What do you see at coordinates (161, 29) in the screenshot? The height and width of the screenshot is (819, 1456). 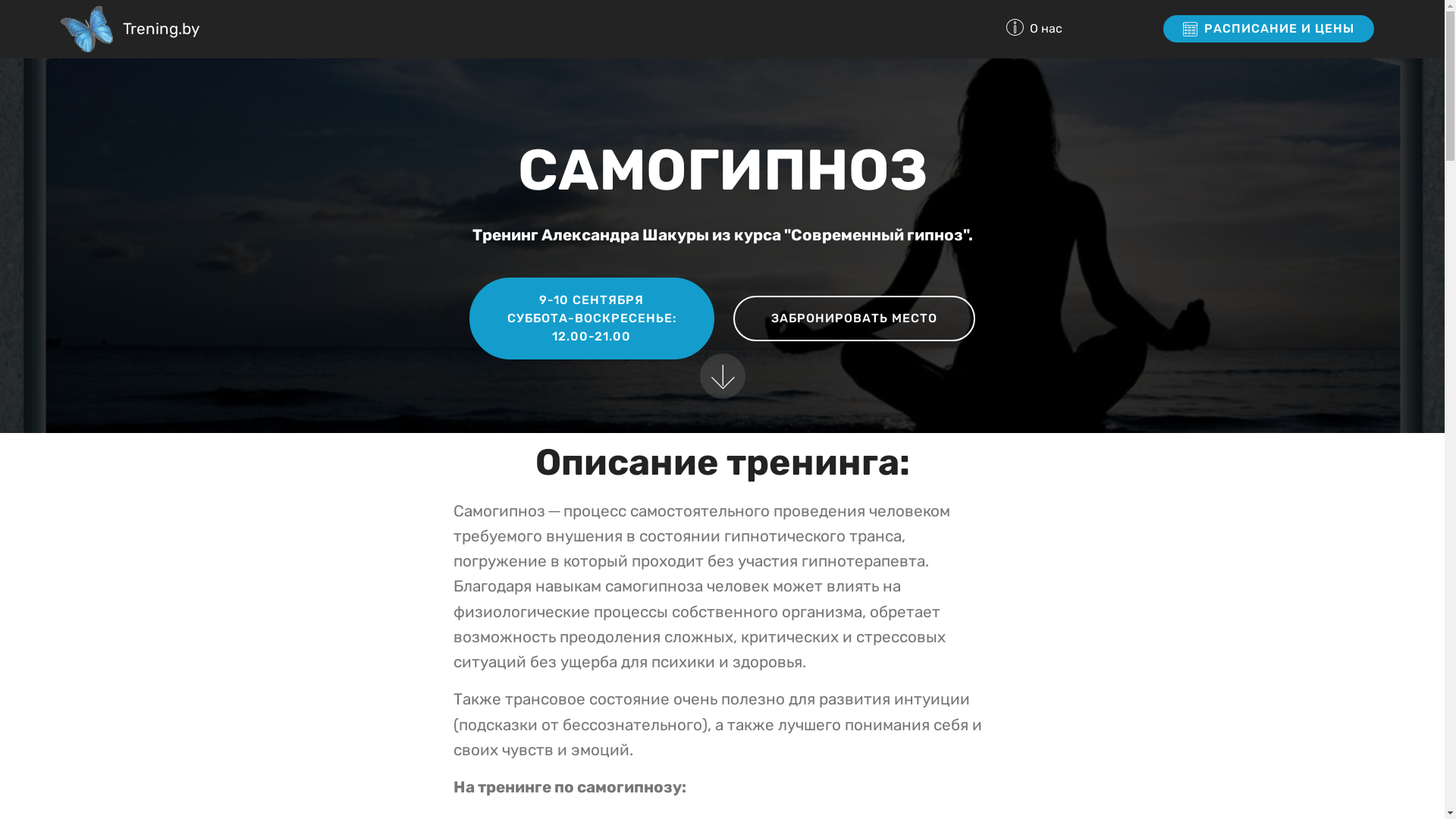 I see `'Trening.by'` at bounding box center [161, 29].